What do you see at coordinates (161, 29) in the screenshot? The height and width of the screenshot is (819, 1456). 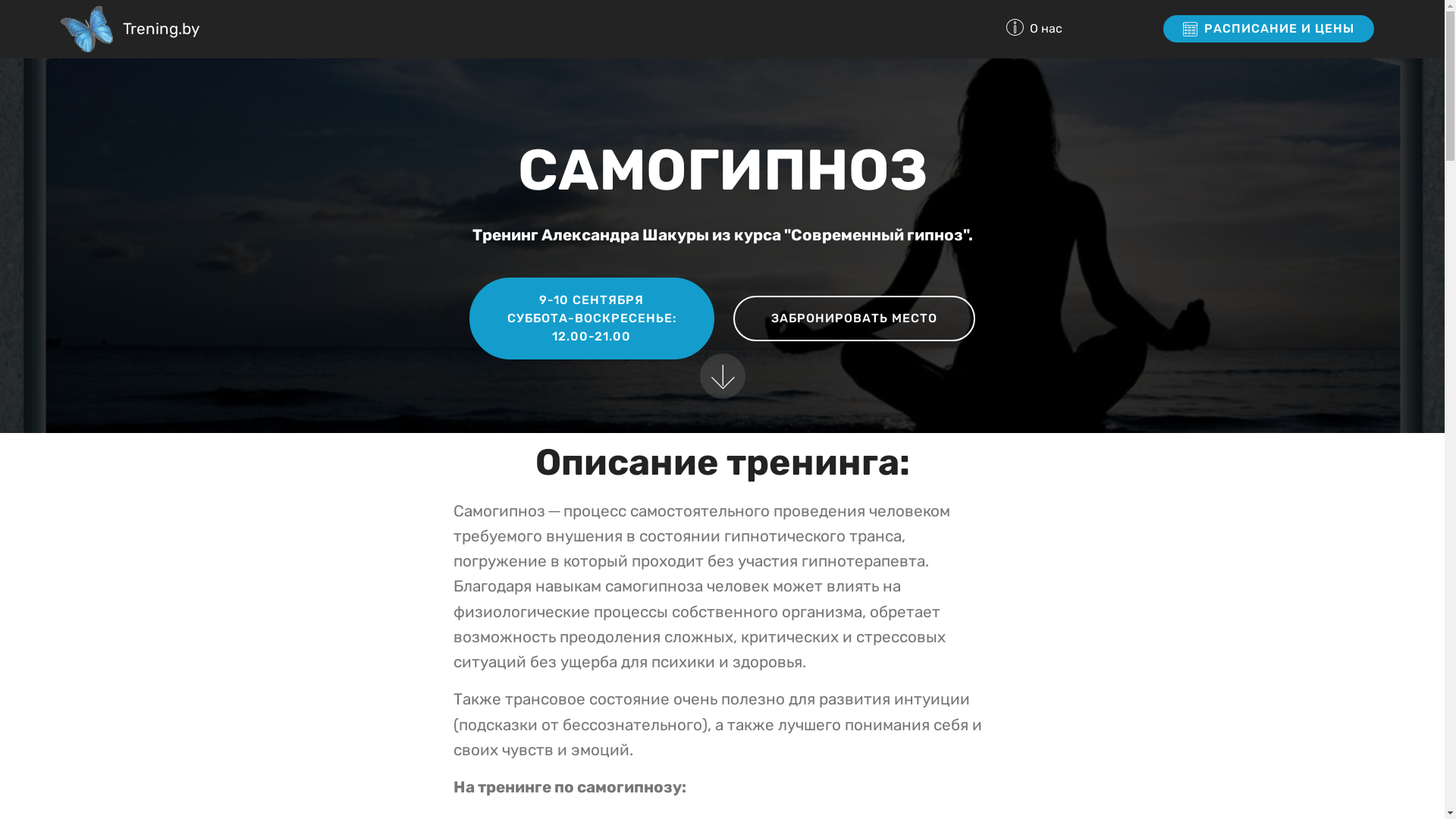 I see `'Trening.by'` at bounding box center [161, 29].